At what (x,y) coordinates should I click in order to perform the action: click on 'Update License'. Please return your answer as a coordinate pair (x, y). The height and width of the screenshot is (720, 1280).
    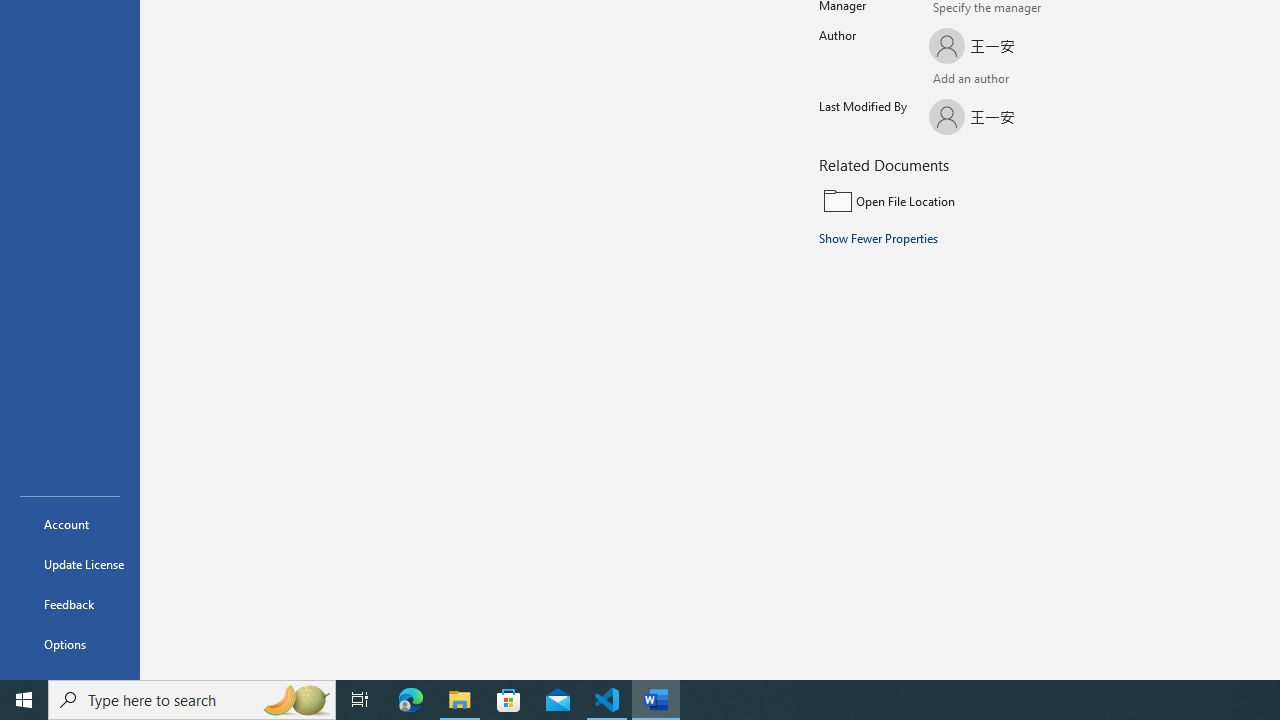
    Looking at the image, I should click on (69, 564).